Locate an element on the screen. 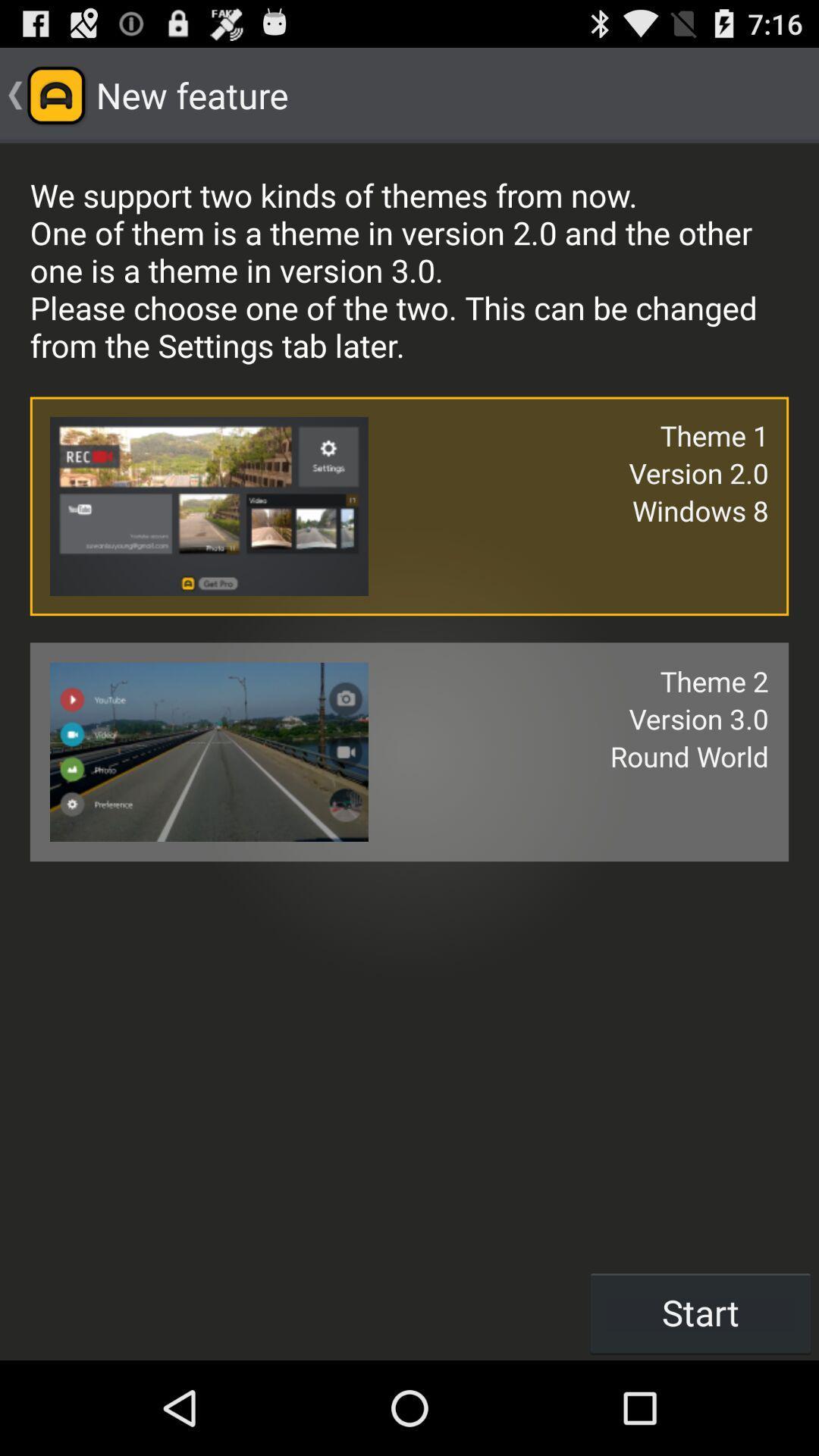 Image resolution: width=819 pixels, height=1456 pixels. the icon below the round world item is located at coordinates (701, 1312).